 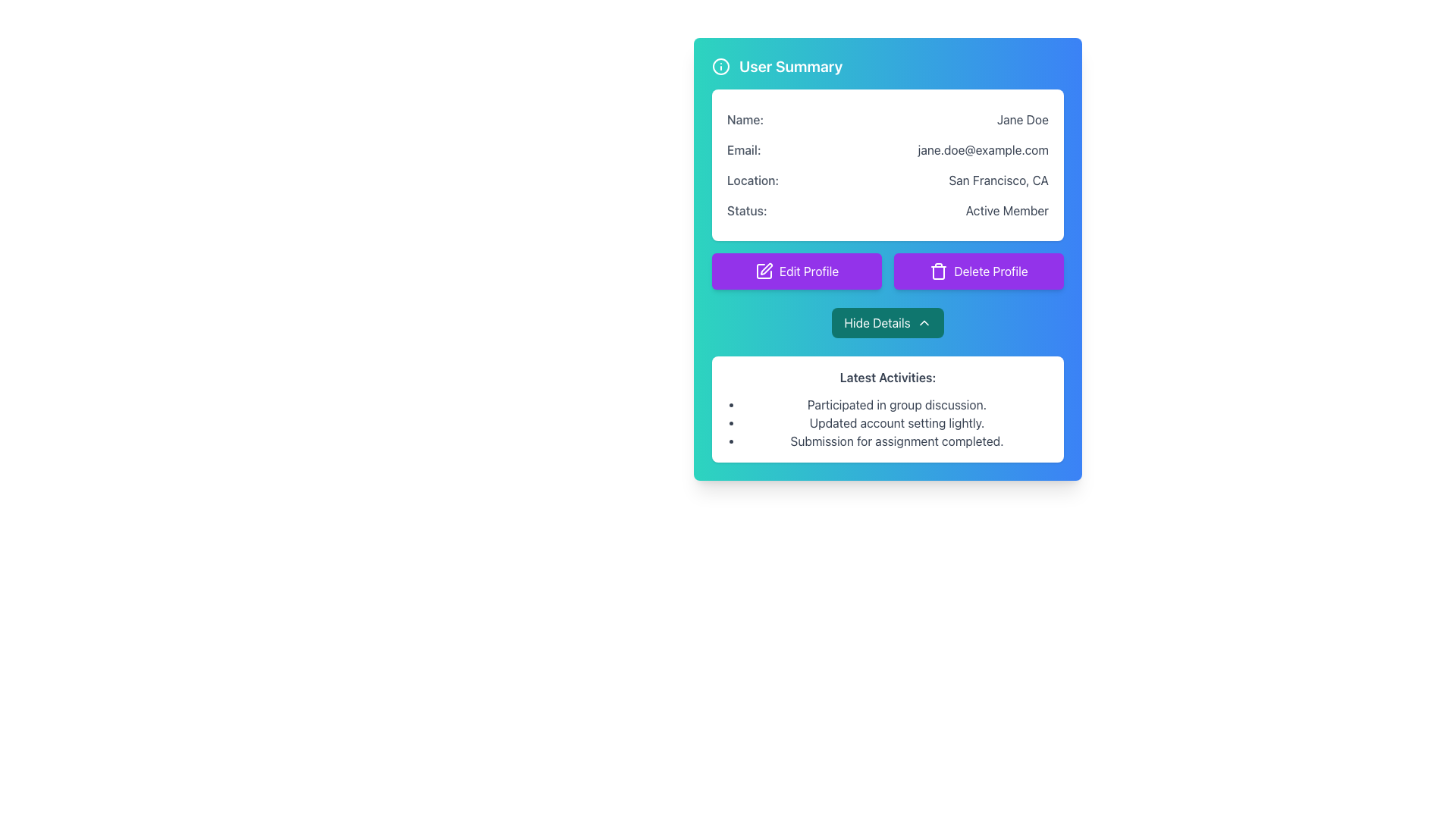 I want to click on the Text label located in the top left corner of the 'User Summary' card, which provides context for the adjacent user name field, so click(x=745, y=119).